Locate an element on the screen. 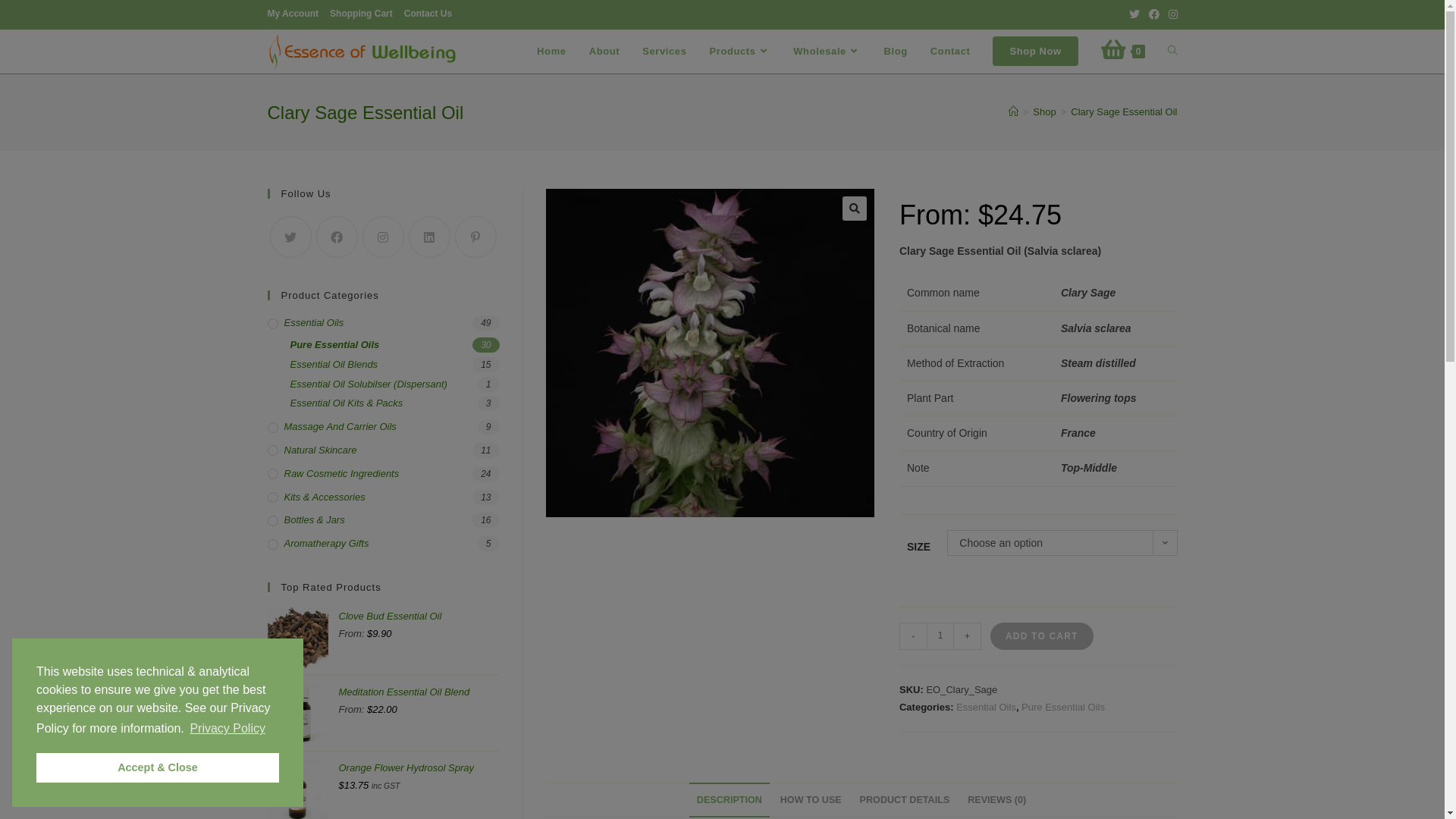  '0' is located at coordinates (1123, 51).